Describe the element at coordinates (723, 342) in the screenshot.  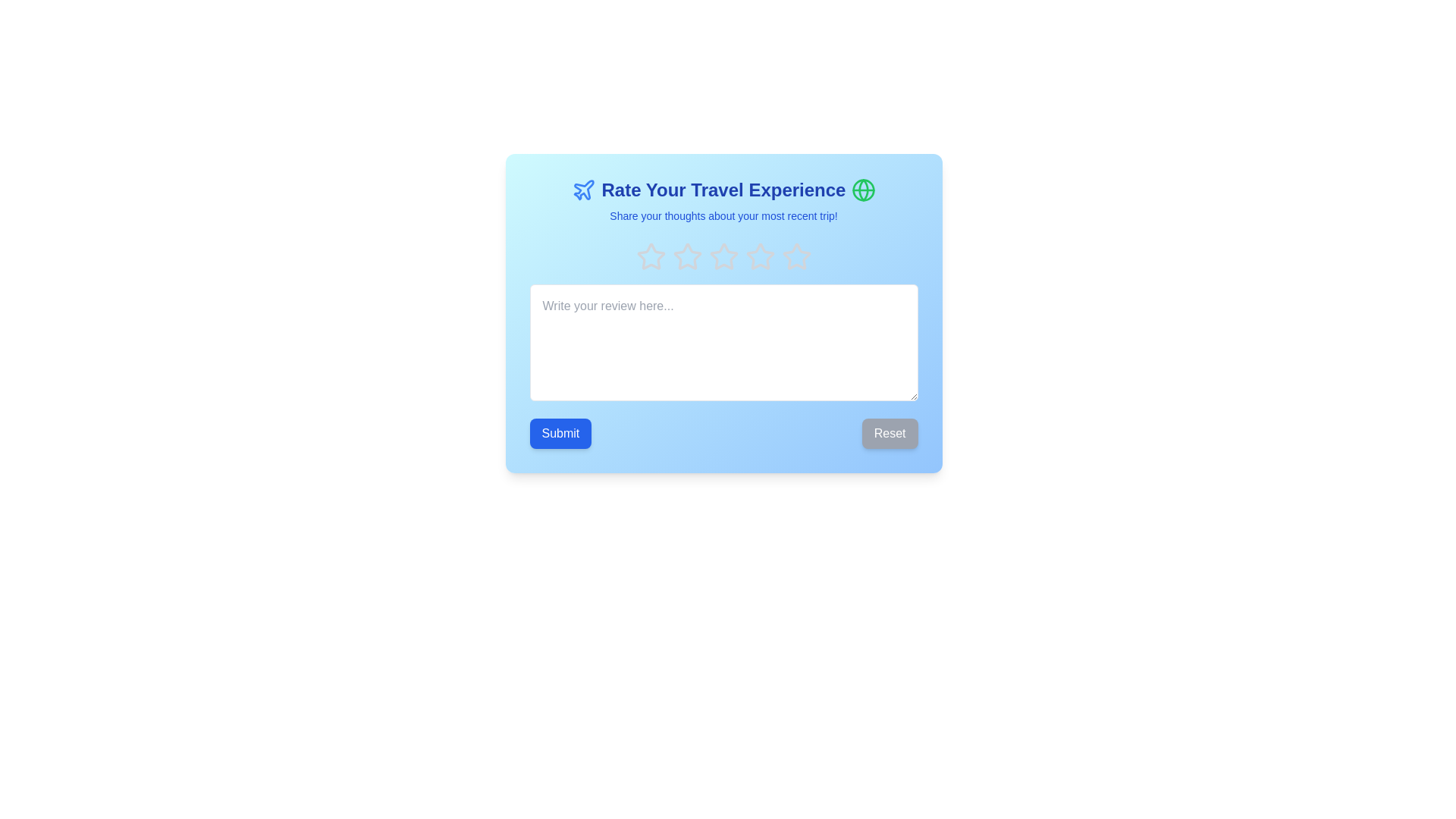
I see `the text input area for user comments` at that location.